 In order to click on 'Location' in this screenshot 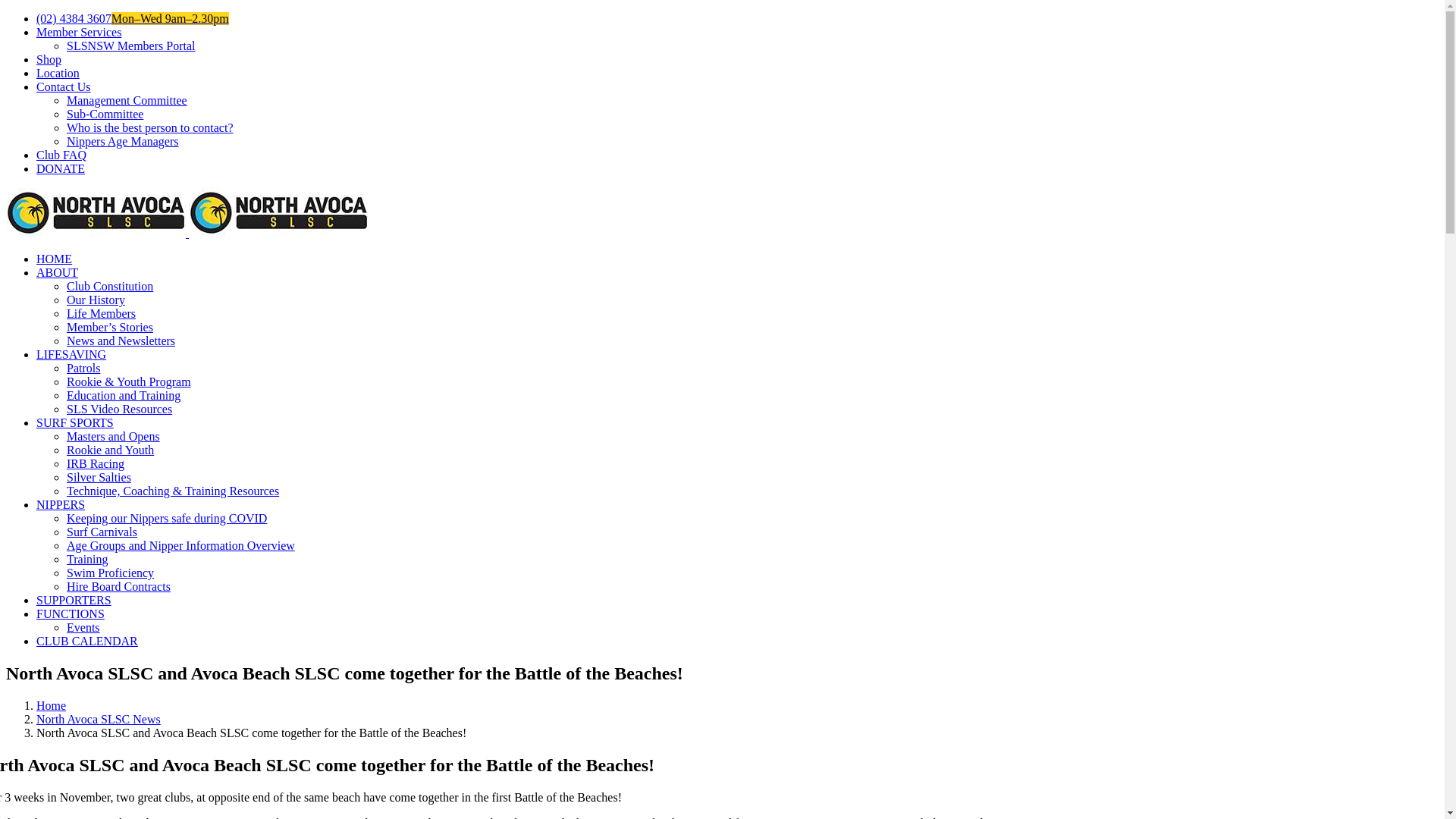, I will do `click(36, 73)`.